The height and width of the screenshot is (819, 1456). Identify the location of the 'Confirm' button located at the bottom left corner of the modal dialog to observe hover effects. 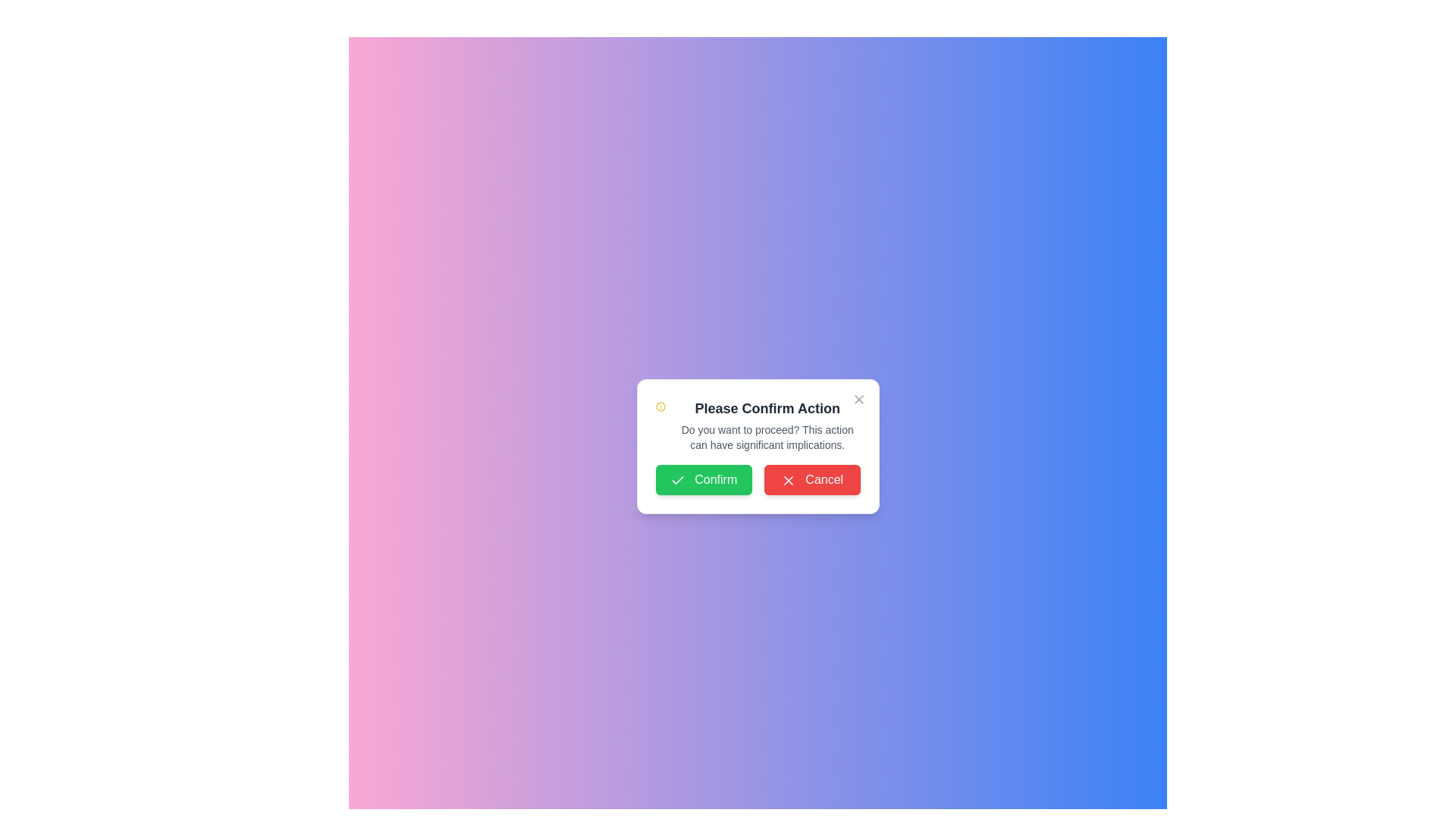
(702, 479).